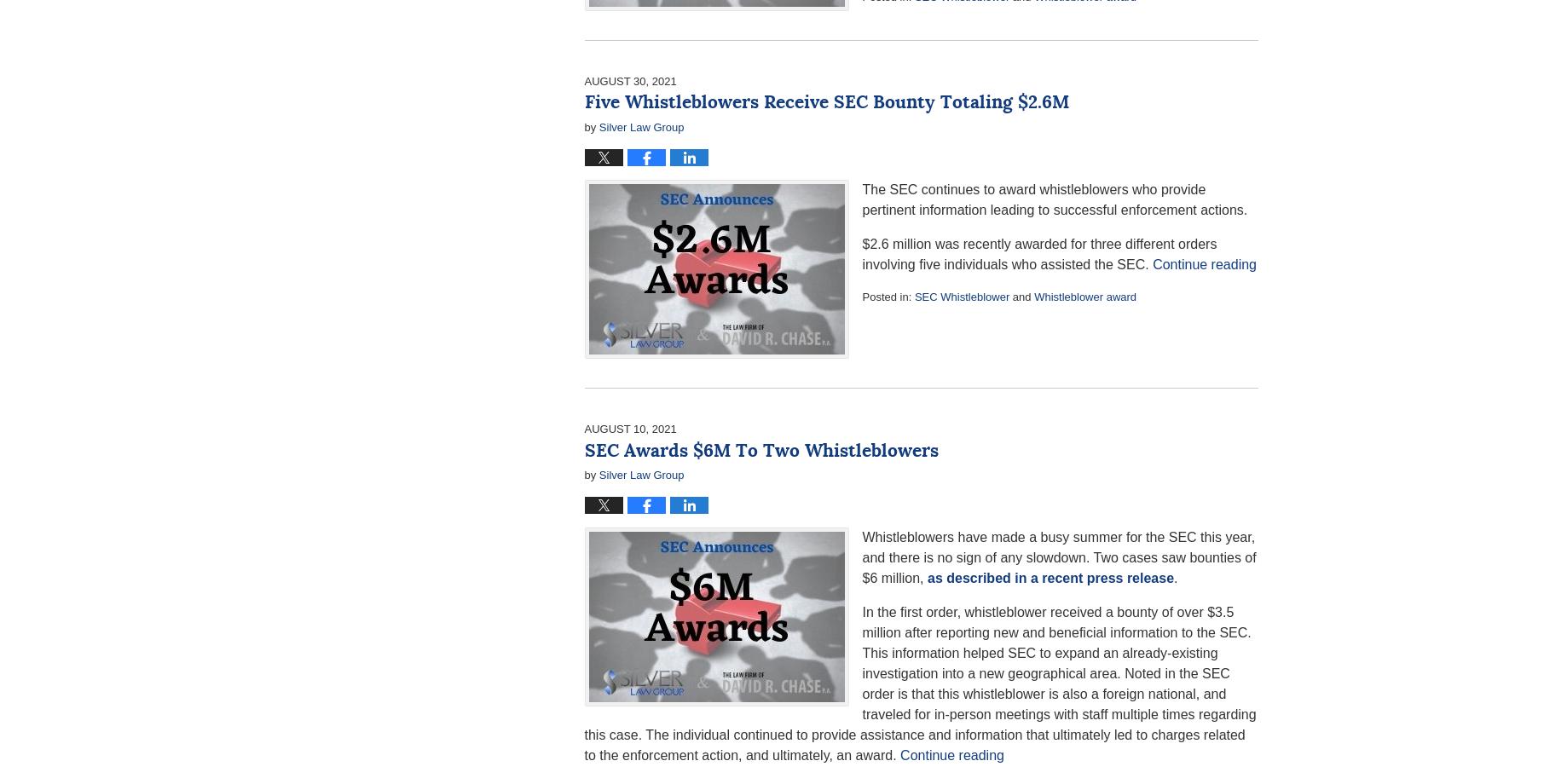 The image size is (1544, 784). I want to click on 'The SEC continues to award whistleblowers who provide pertinent information leading to successful enforcement actions.', so click(862, 199).